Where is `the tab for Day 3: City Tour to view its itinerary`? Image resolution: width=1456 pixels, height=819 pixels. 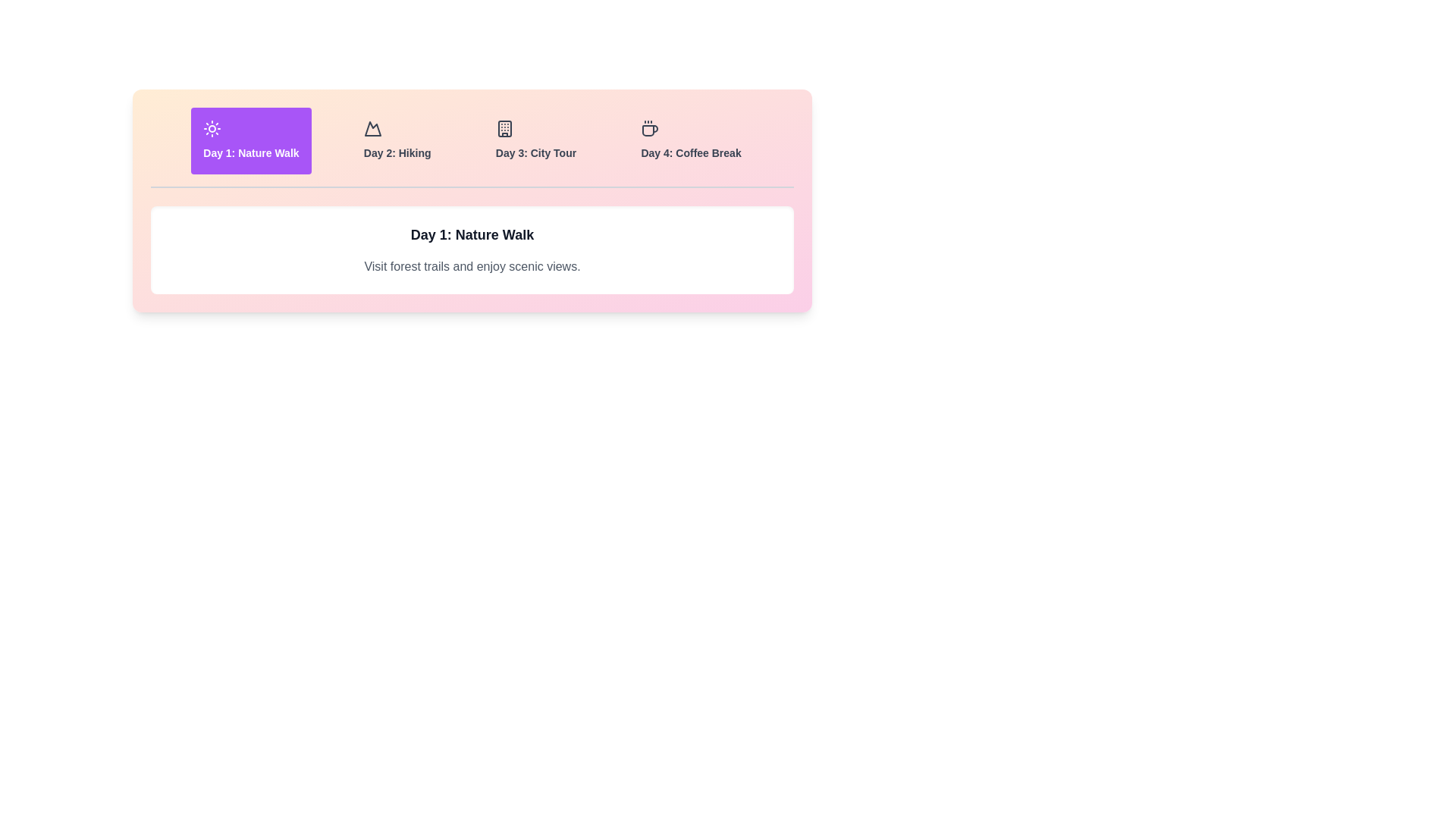 the tab for Day 3: City Tour to view its itinerary is located at coordinates (535, 140).